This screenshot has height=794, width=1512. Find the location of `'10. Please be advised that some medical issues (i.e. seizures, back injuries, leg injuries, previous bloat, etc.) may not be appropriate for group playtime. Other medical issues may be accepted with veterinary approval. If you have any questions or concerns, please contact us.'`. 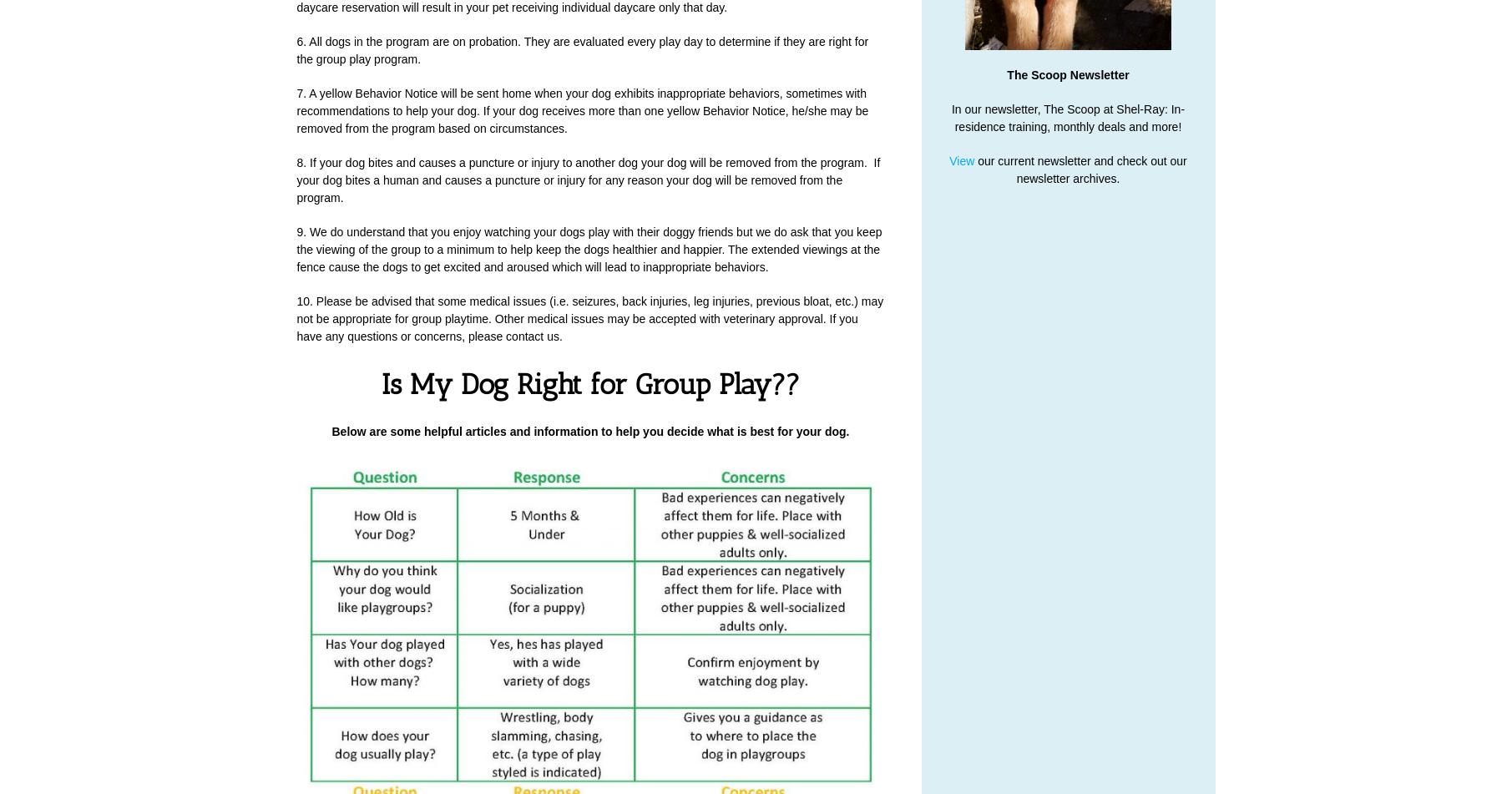

'10. Please be advised that some medical issues (i.e. seizures, back injuries, leg injuries, previous bloat, etc.) may not be appropriate for group playtime. Other medical issues may be accepted with veterinary approval. If you have any questions or concerns, please contact us.' is located at coordinates (589, 319).